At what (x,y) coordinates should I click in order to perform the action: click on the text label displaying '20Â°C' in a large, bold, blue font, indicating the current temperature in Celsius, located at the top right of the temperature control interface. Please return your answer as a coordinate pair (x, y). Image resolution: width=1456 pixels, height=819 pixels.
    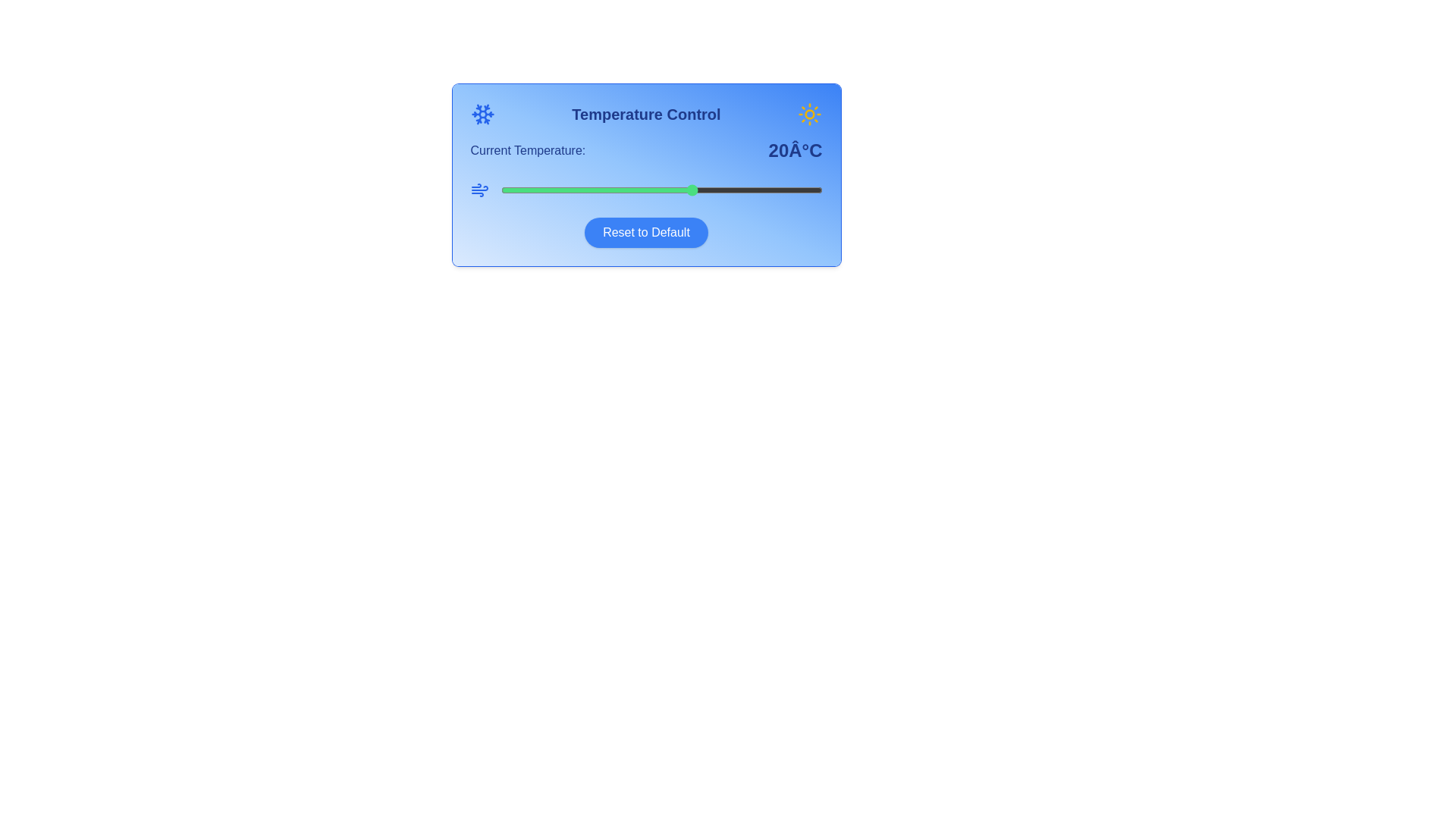
    Looking at the image, I should click on (795, 151).